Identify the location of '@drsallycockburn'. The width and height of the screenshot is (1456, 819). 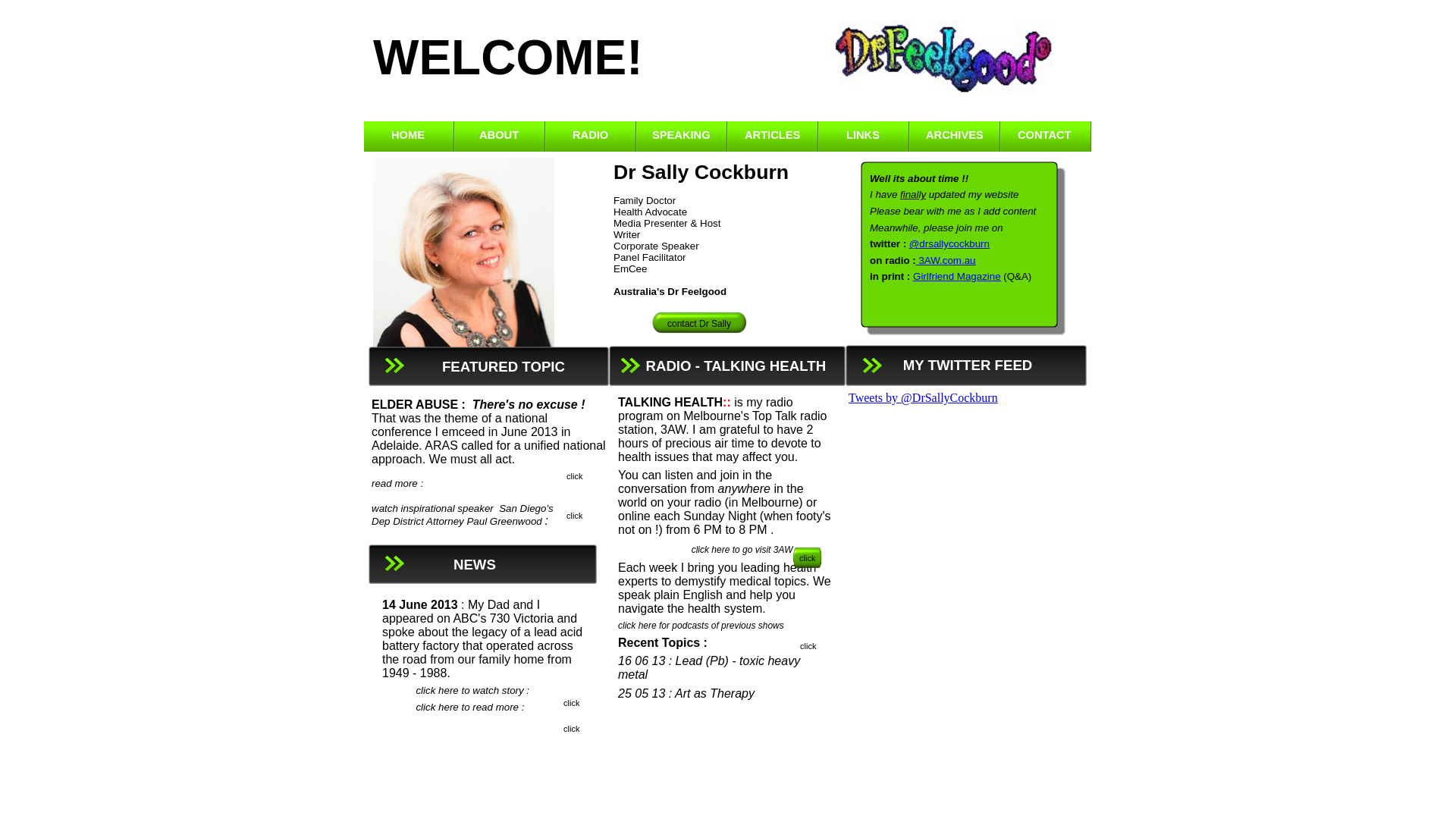
(949, 242).